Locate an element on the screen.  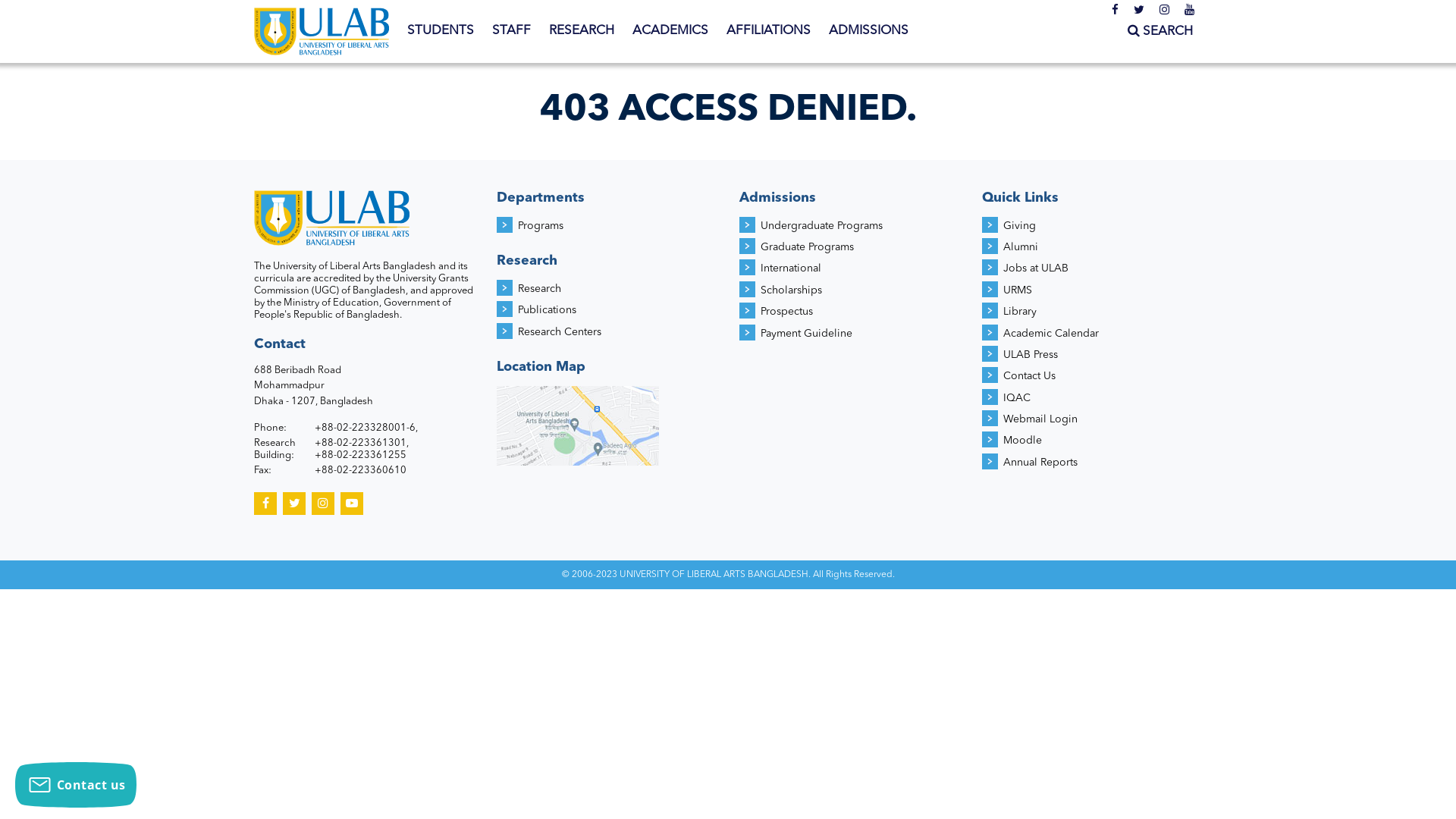
'Moodle' is located at coordinates (1022, 441).